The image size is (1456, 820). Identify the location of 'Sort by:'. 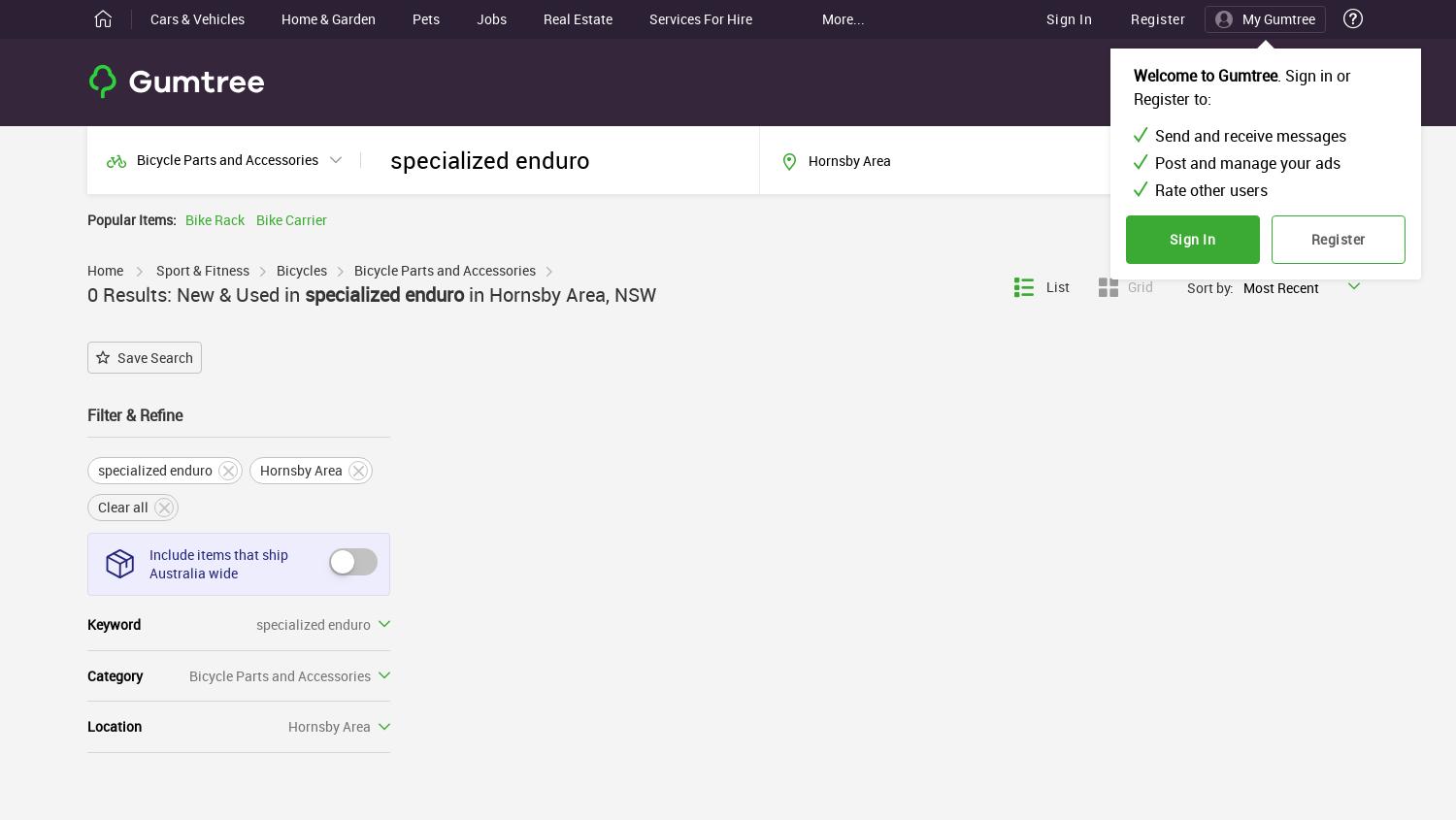
(1208, 287).